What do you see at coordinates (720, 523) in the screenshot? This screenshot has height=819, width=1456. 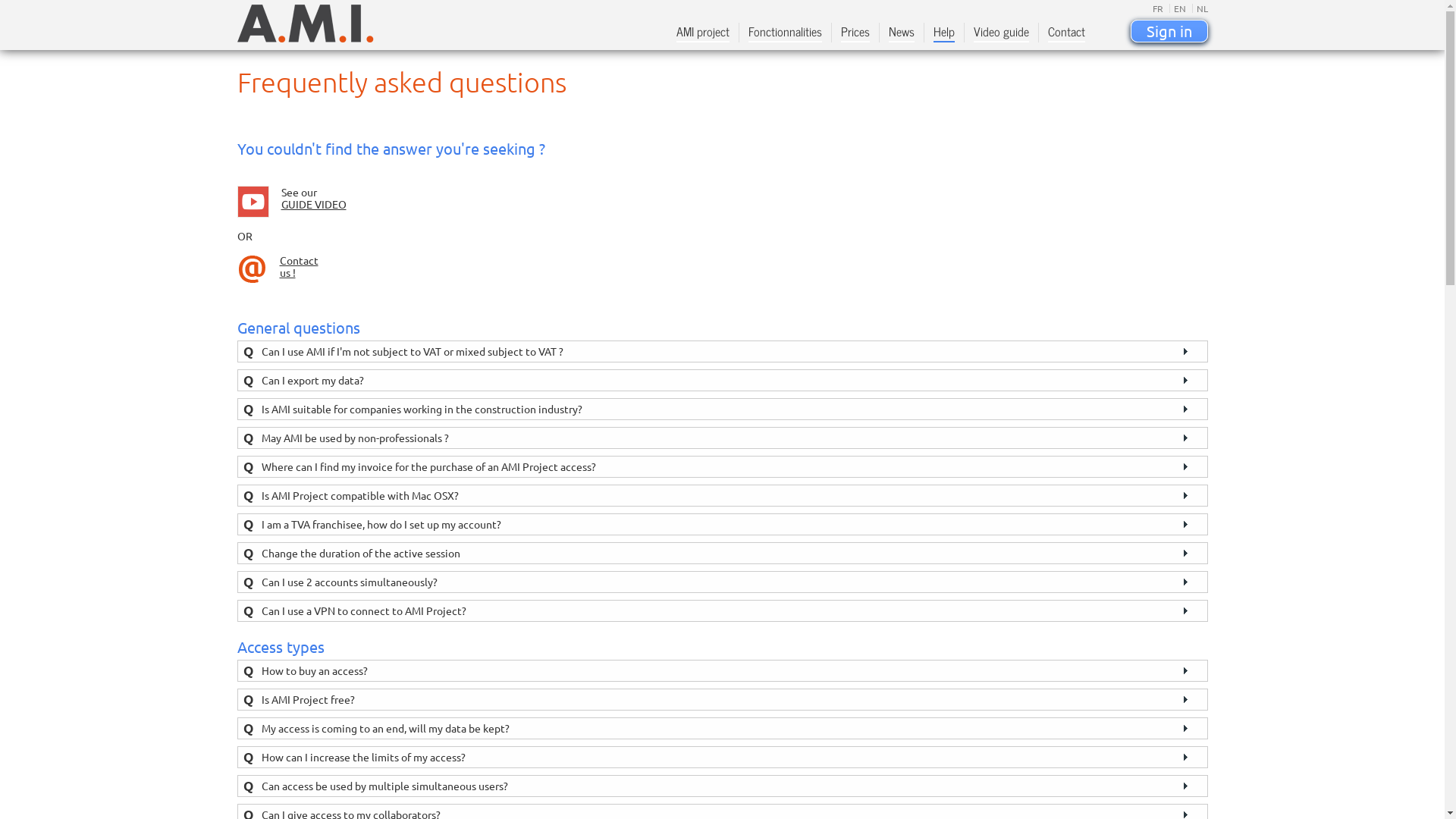 I see `'Q I am a TVA franchisee, how do I set up my account?'` at bounding box center [720, 523].